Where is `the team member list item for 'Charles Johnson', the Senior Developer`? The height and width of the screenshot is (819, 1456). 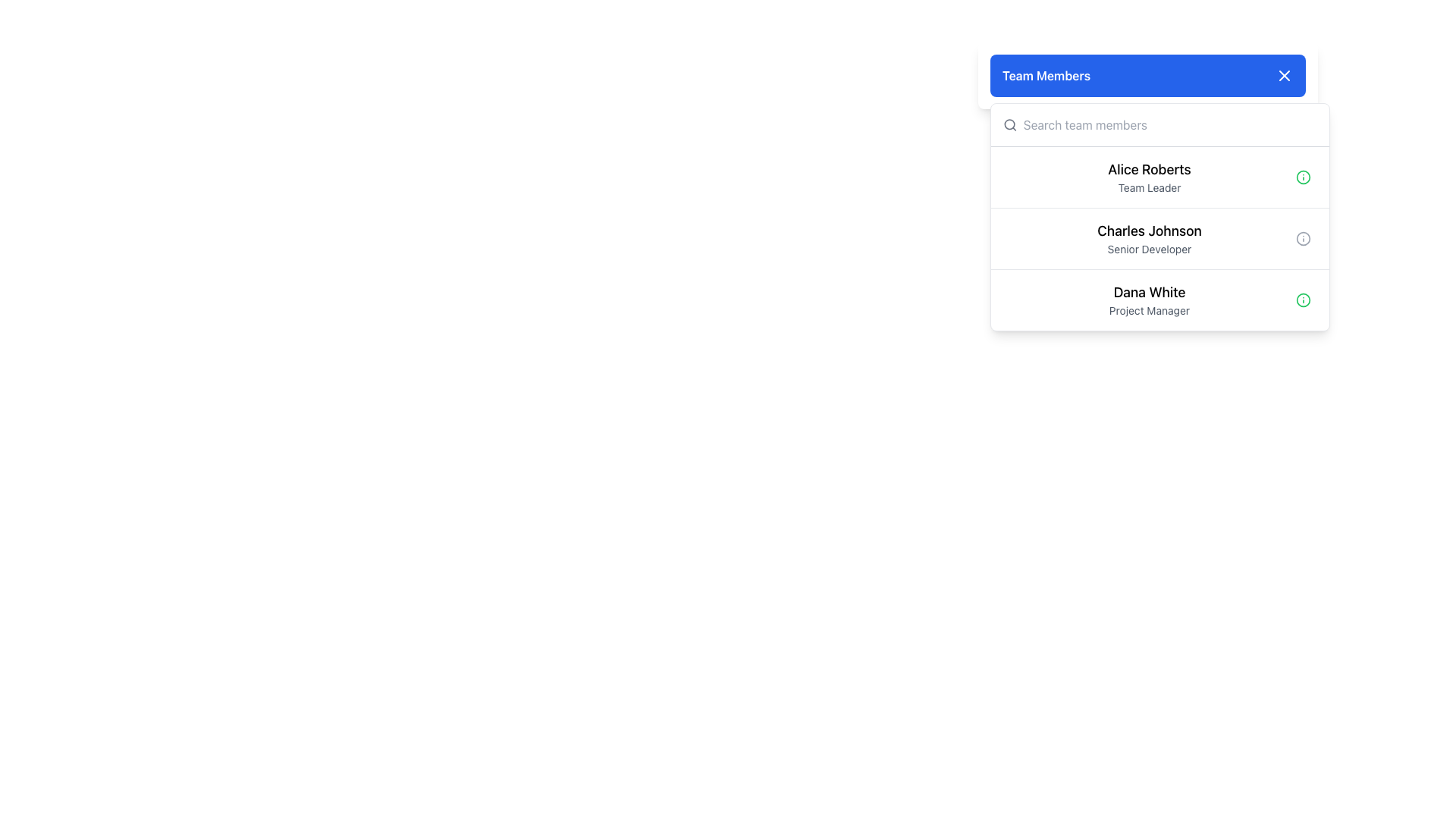 the team member list item for 'Charles Johnson', the Senior Developer is located at coordinates (1159, 217).